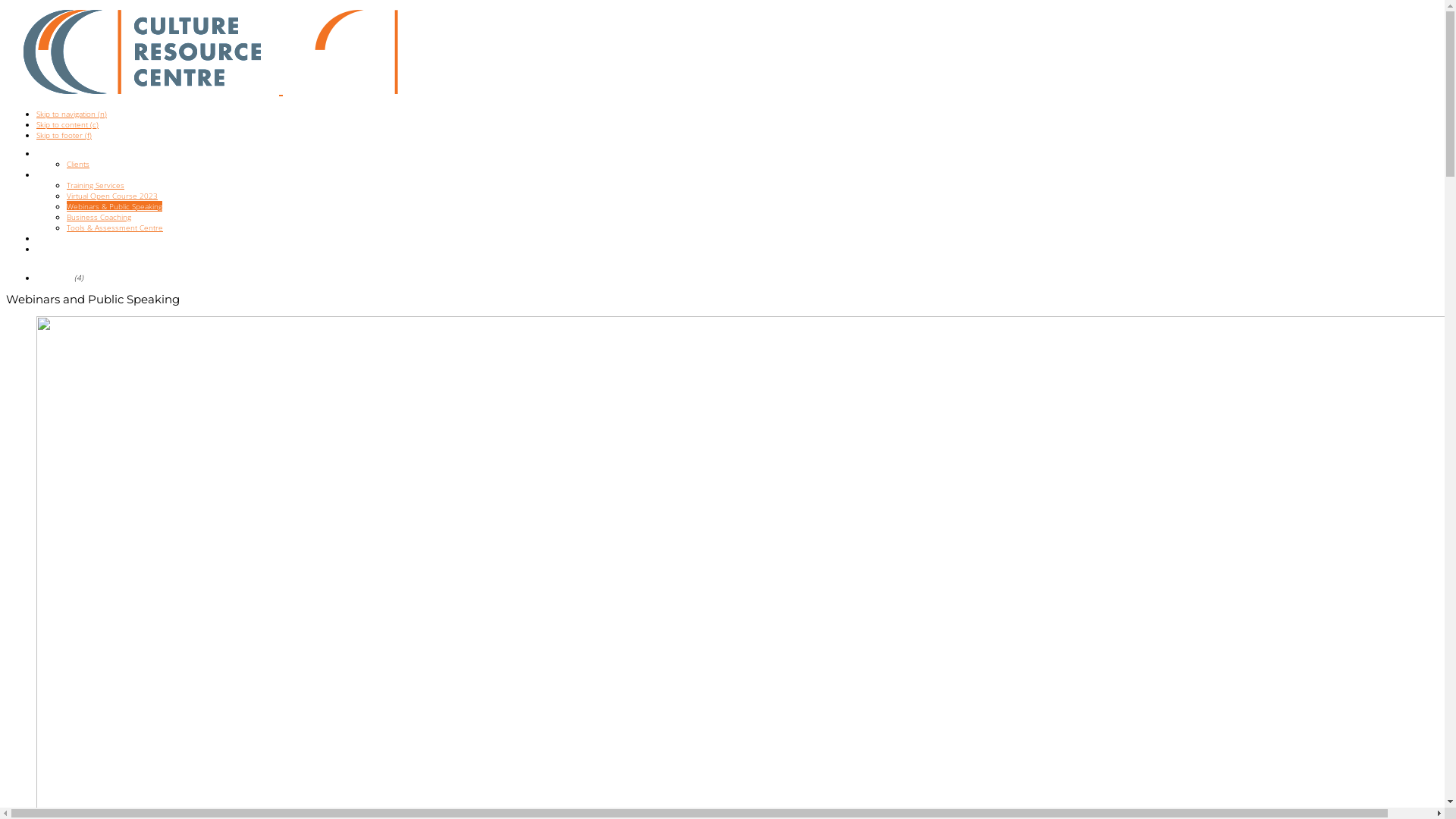 The width and height of the screenshot is (1456, 819). What do you see at coordinates (142, 51) in the screenshot?
I see `'Culture Resource Centre'` at bounding box center [142, 51].